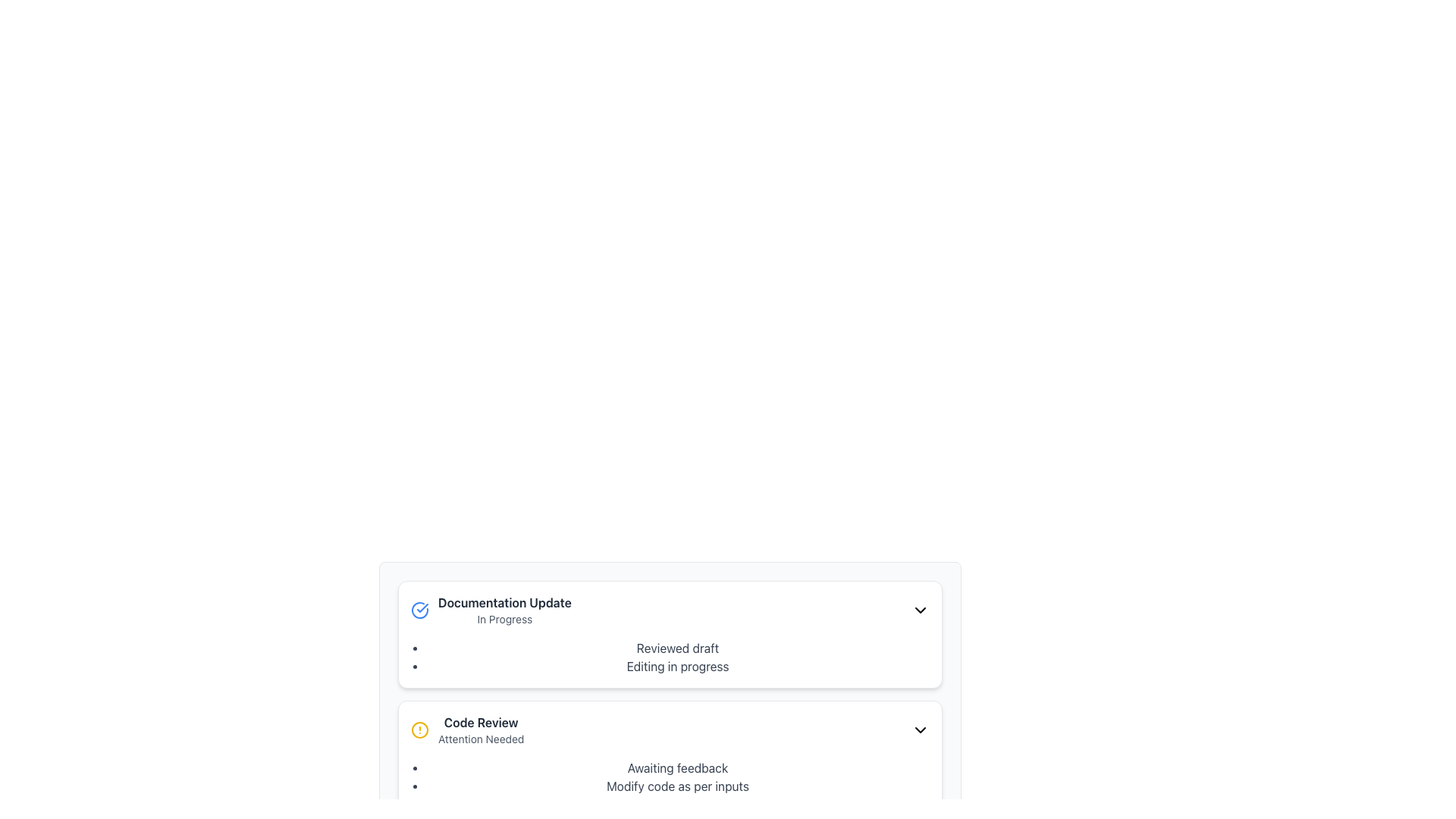  What do you see at coordinates (669, 730) in the screenshot?
I see `the Task Header element that summarizes the task 'Code Review' with the status 'Attention Needed' to enable further actions` at bounding box center [669, 730].